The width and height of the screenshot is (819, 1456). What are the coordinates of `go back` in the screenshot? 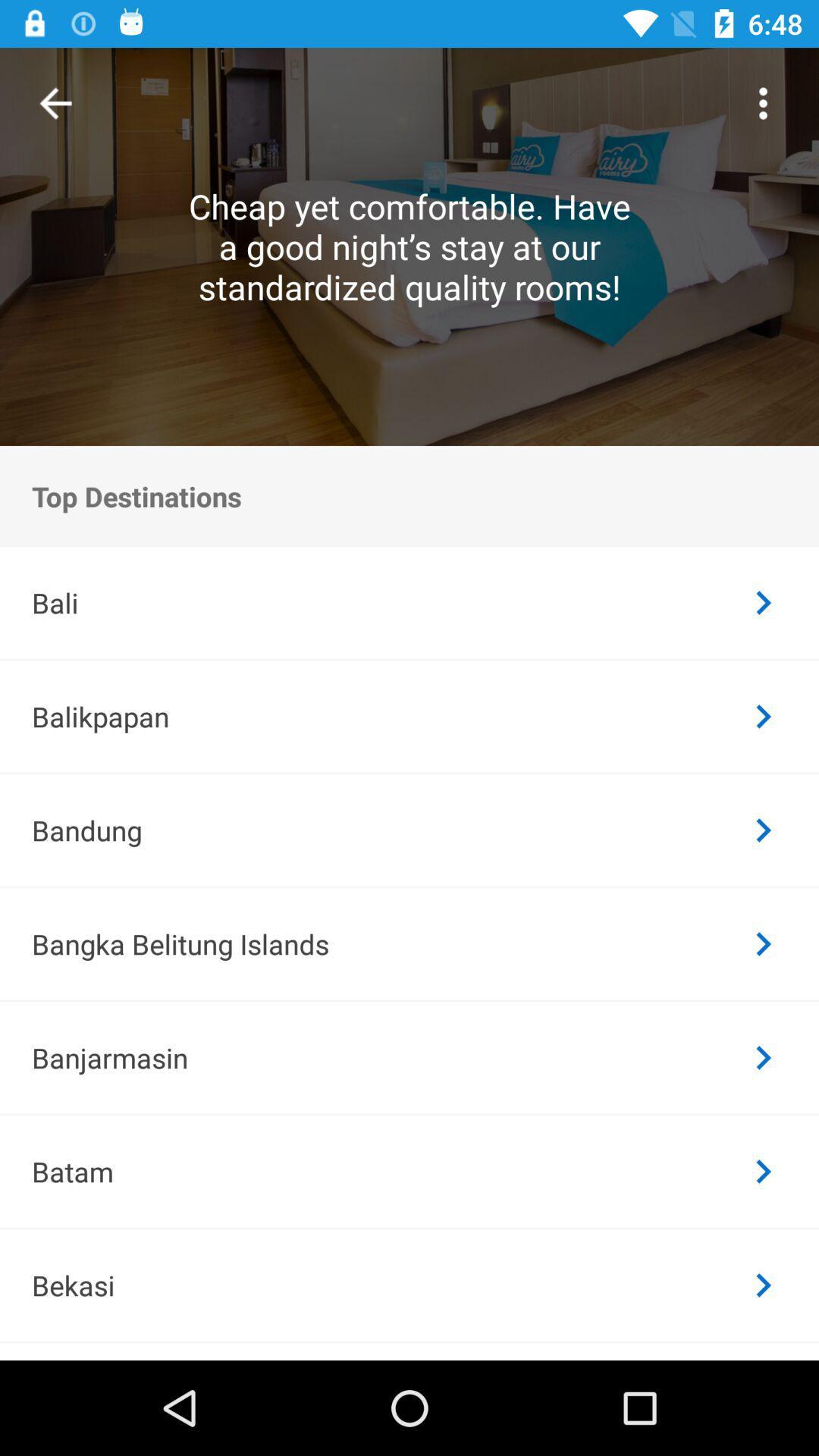 It's located at (55, 102).